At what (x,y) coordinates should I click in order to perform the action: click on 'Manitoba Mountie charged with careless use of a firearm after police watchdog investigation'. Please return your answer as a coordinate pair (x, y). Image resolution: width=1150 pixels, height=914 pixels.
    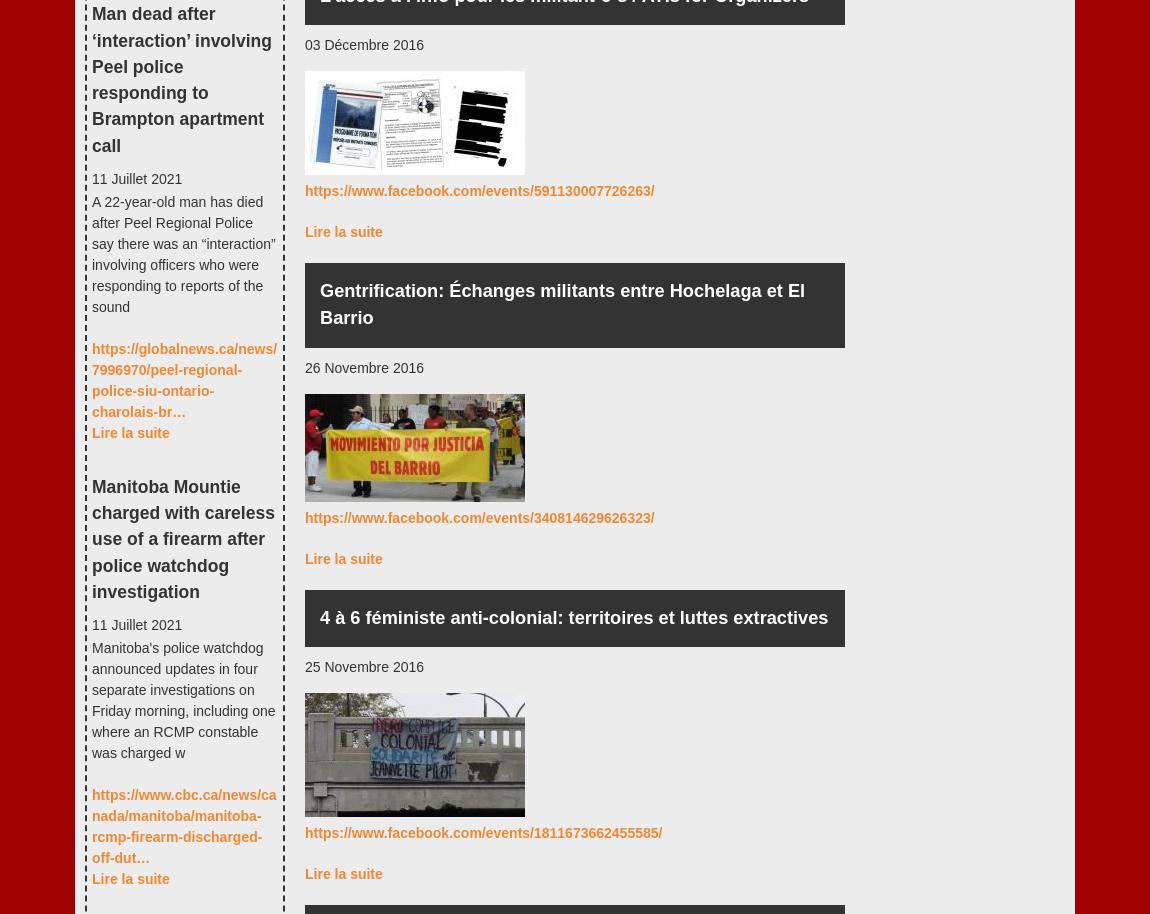
    Looking at the image, I should click on (181, 537).